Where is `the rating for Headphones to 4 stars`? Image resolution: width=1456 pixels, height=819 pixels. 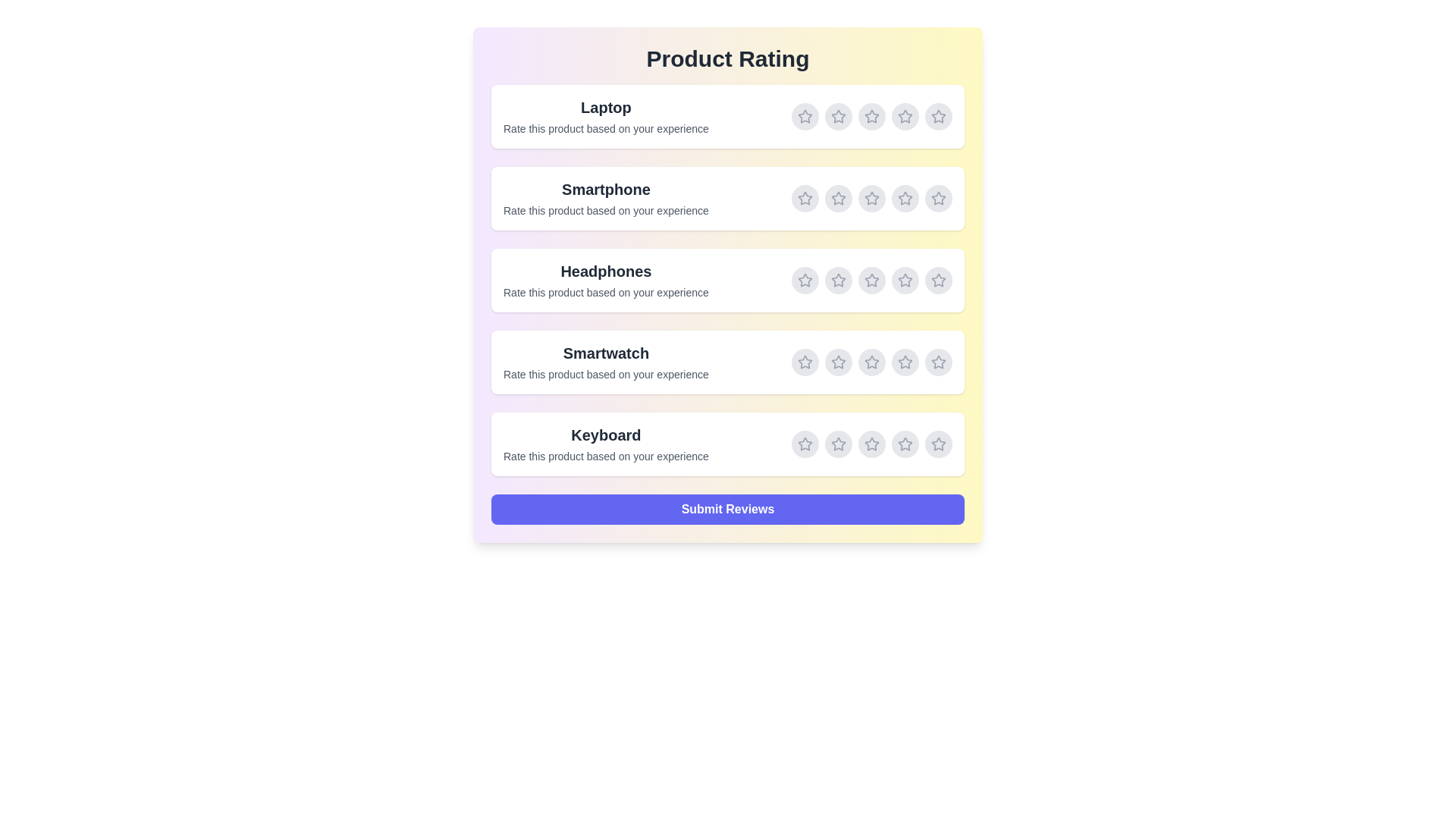
the rating for Headphones to 4 stars is located at coordinates (905, 281).